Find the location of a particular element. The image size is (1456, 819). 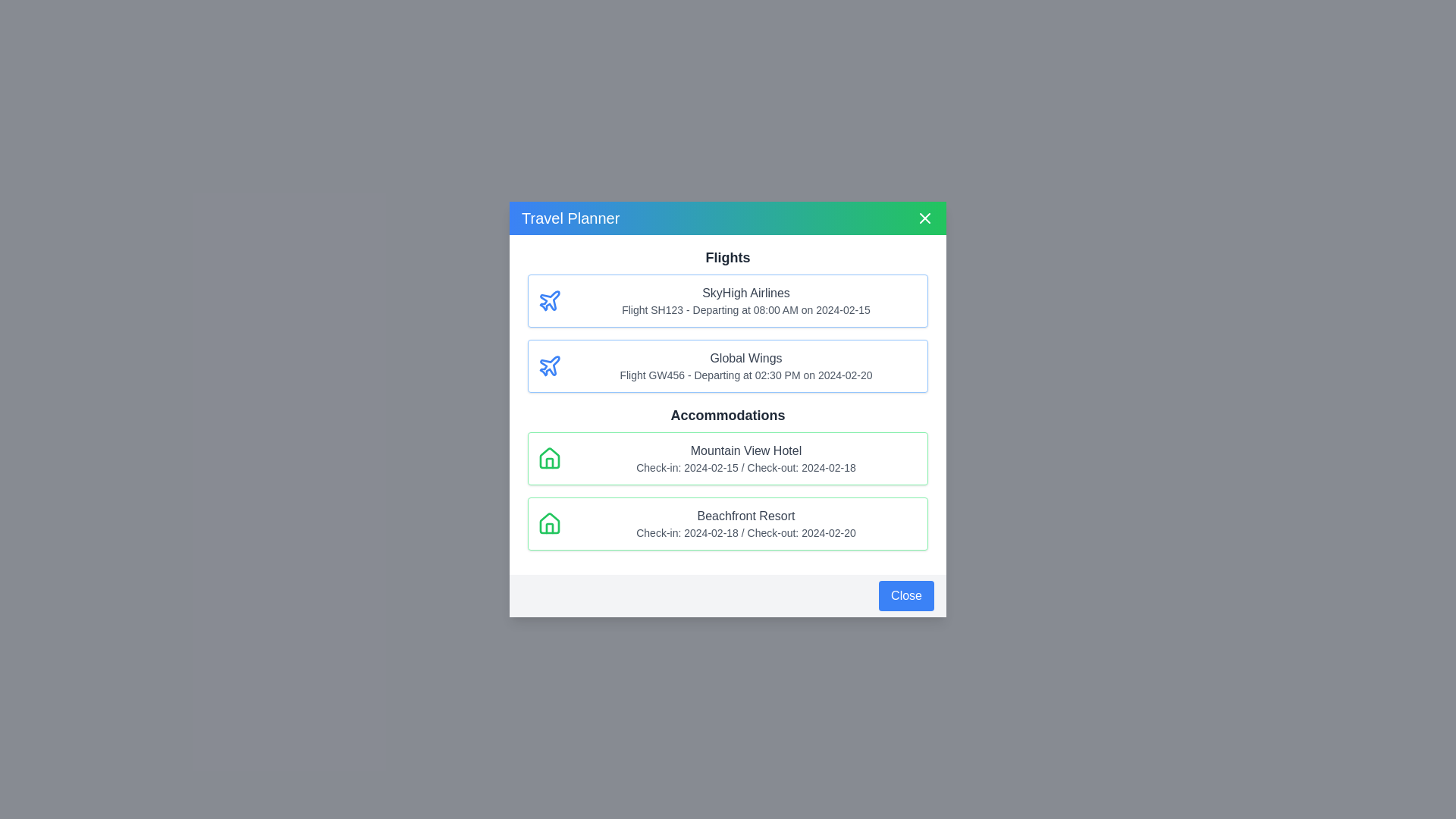

the header text element that reads 'Flights', which is styled in bold and dark gray, located at the top of the 'Flights' section is located at coordinates (728, 256).